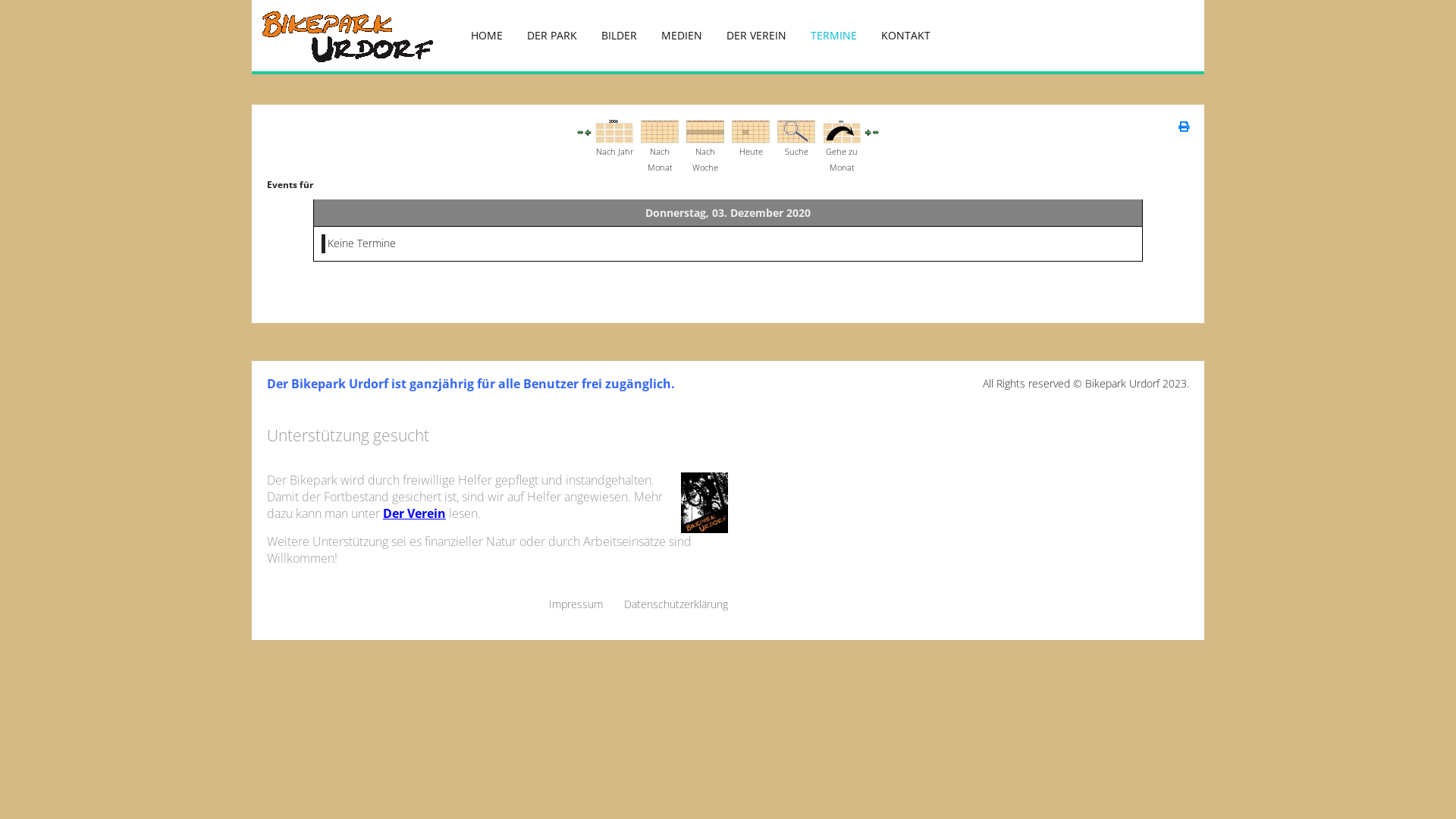  I want to click on 'Gehe zu Monat', so click(840, 129).